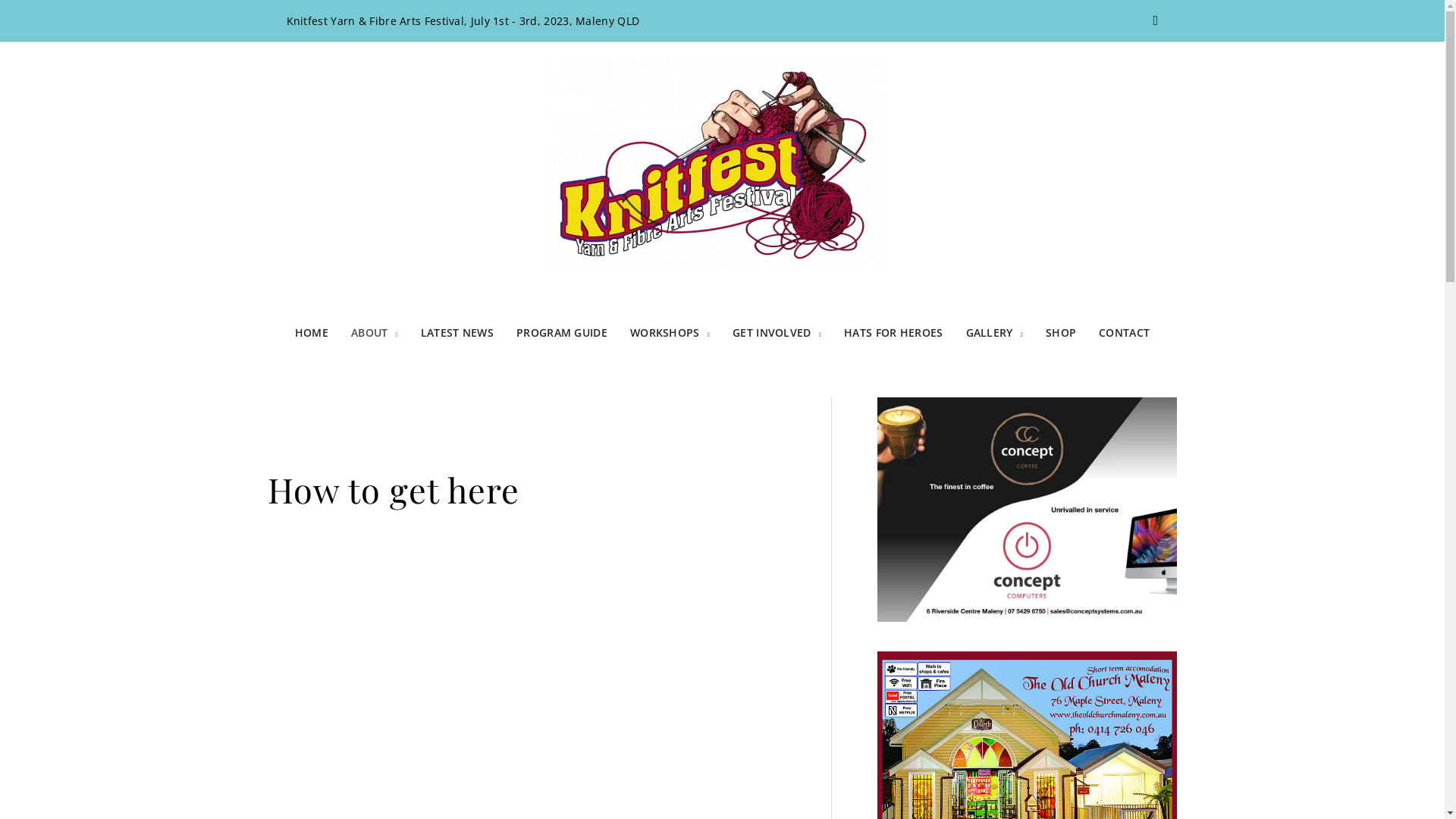 The width and height of the screenshot is (1456, 819). Describe the element at coordinates (311, 332) in the screenshot. I see `'HOME'` at that location.